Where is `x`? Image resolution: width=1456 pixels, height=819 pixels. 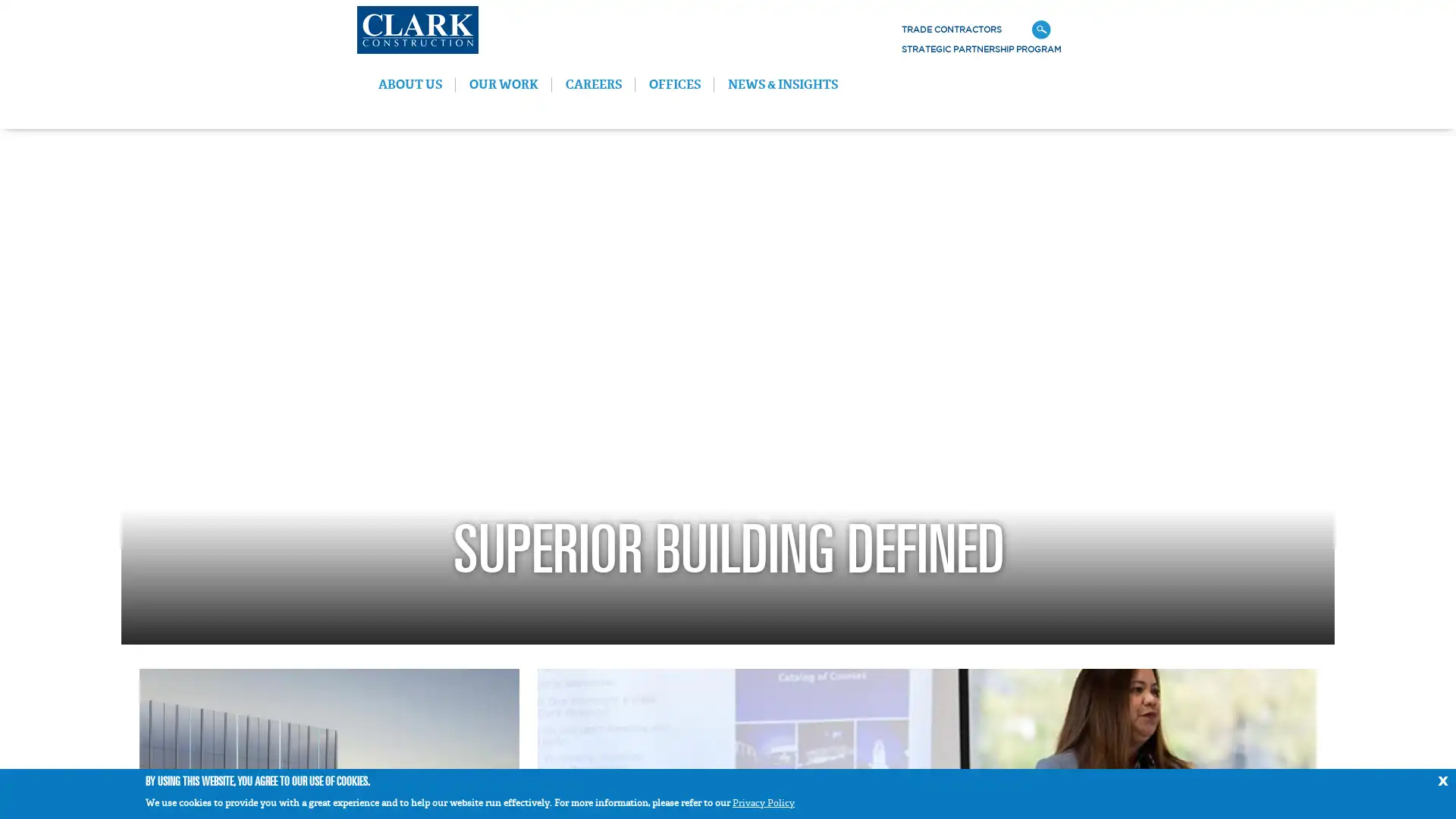
x is located at coordinates (1442, 779).